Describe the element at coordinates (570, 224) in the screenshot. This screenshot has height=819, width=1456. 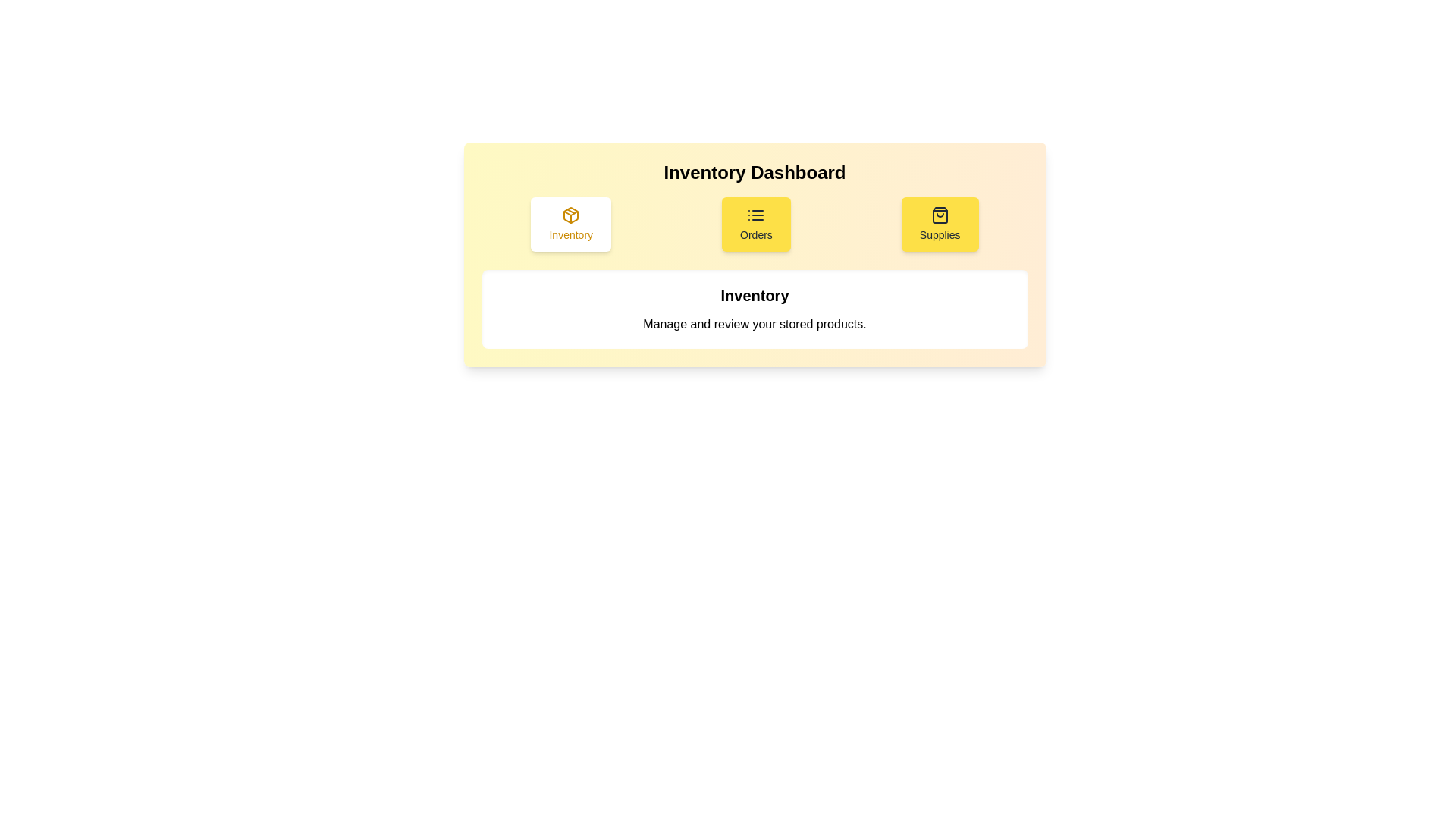
I see `the currently active tab, which is visually highlighted with a white background and yellow text` at that location.